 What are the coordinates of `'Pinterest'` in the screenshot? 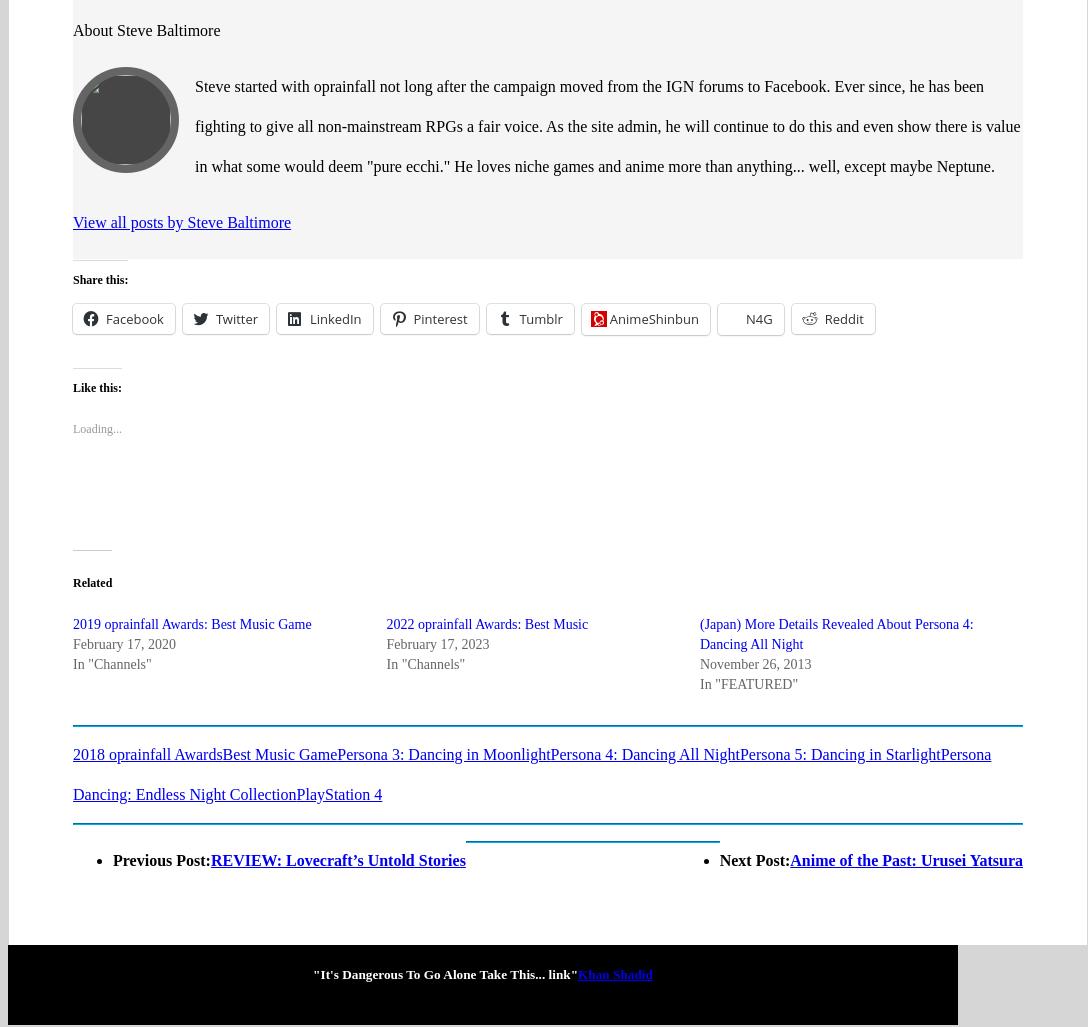 It's located at (438, 241).